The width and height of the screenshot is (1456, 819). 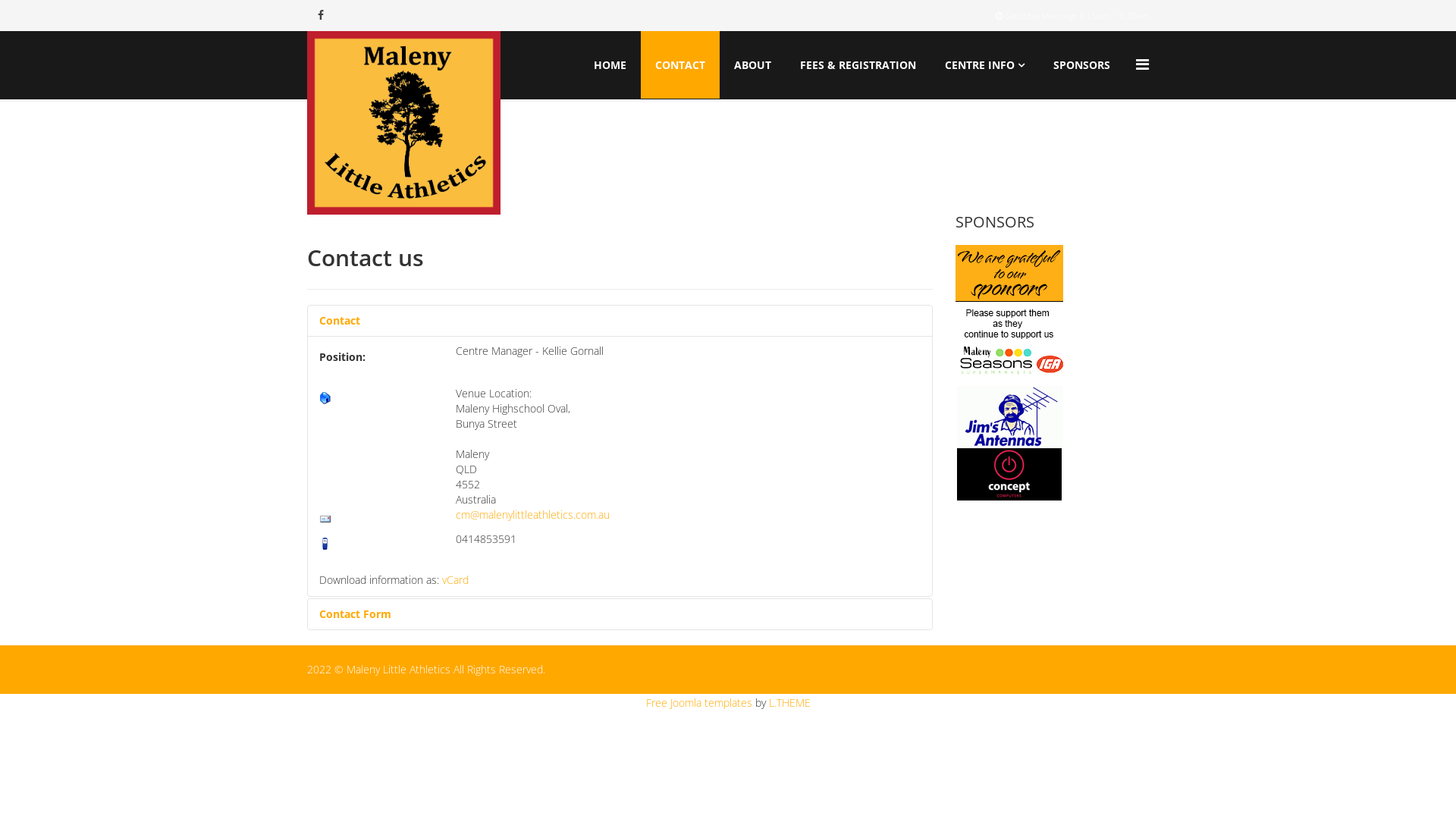 I want to click on 'L.THEME', so click(x=789, y=702).